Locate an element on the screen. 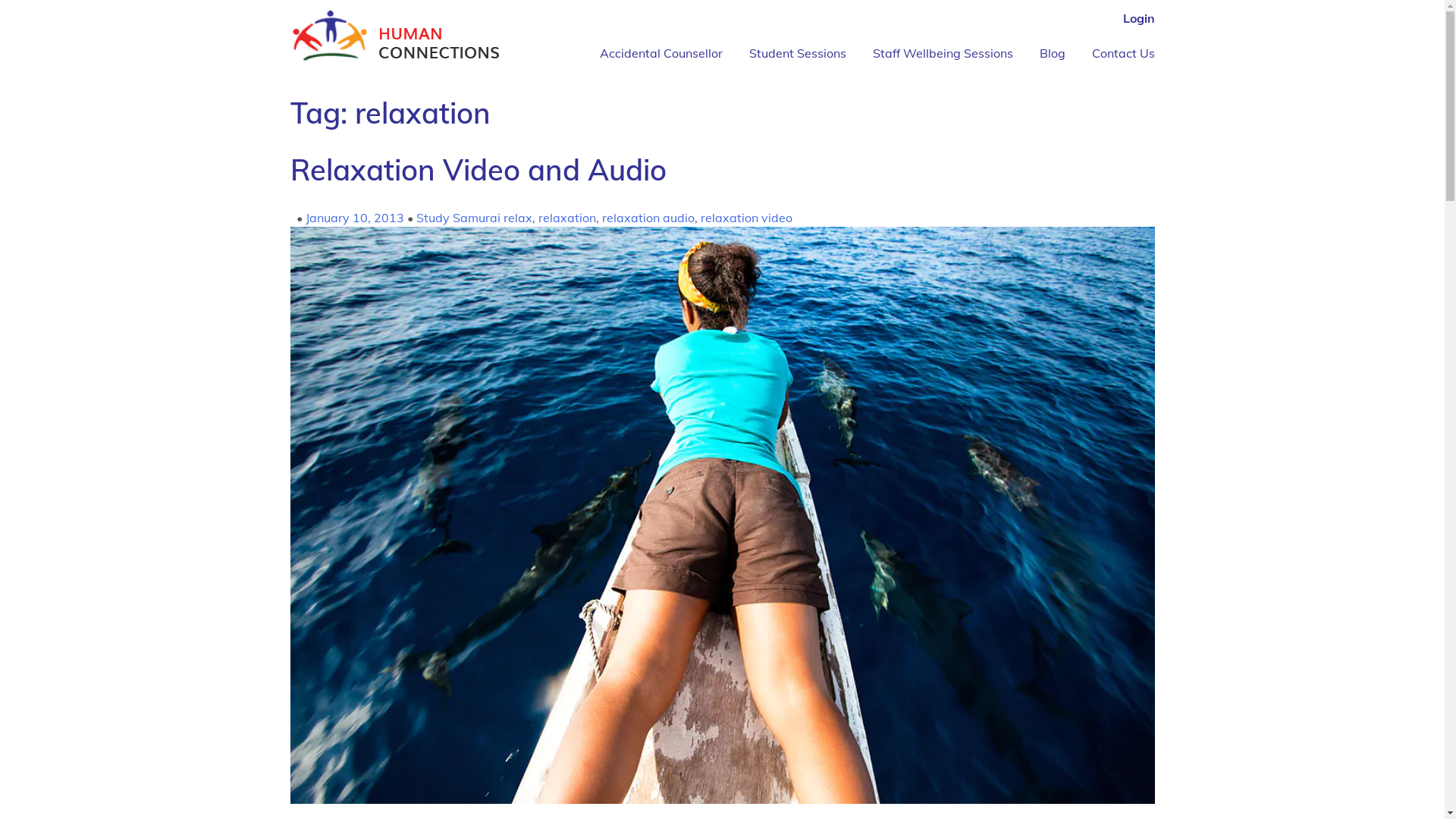 The image size is (1456, 819). 'relaxation' is located at coordinates (538, 217).